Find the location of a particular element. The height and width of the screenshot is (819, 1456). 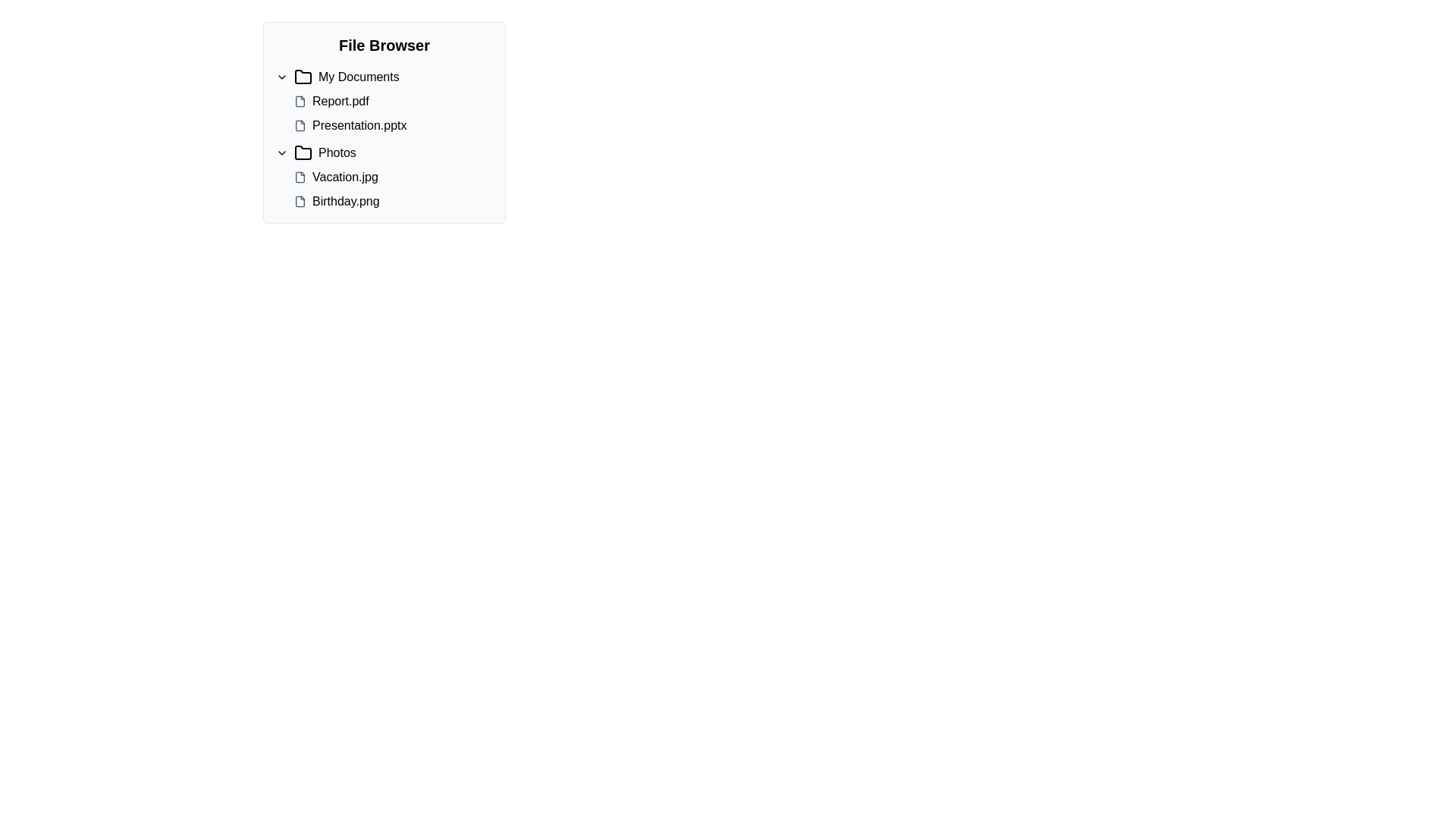

on the folder icon, which is a black outlined folder icon located next is located at coordinates (303, 77).